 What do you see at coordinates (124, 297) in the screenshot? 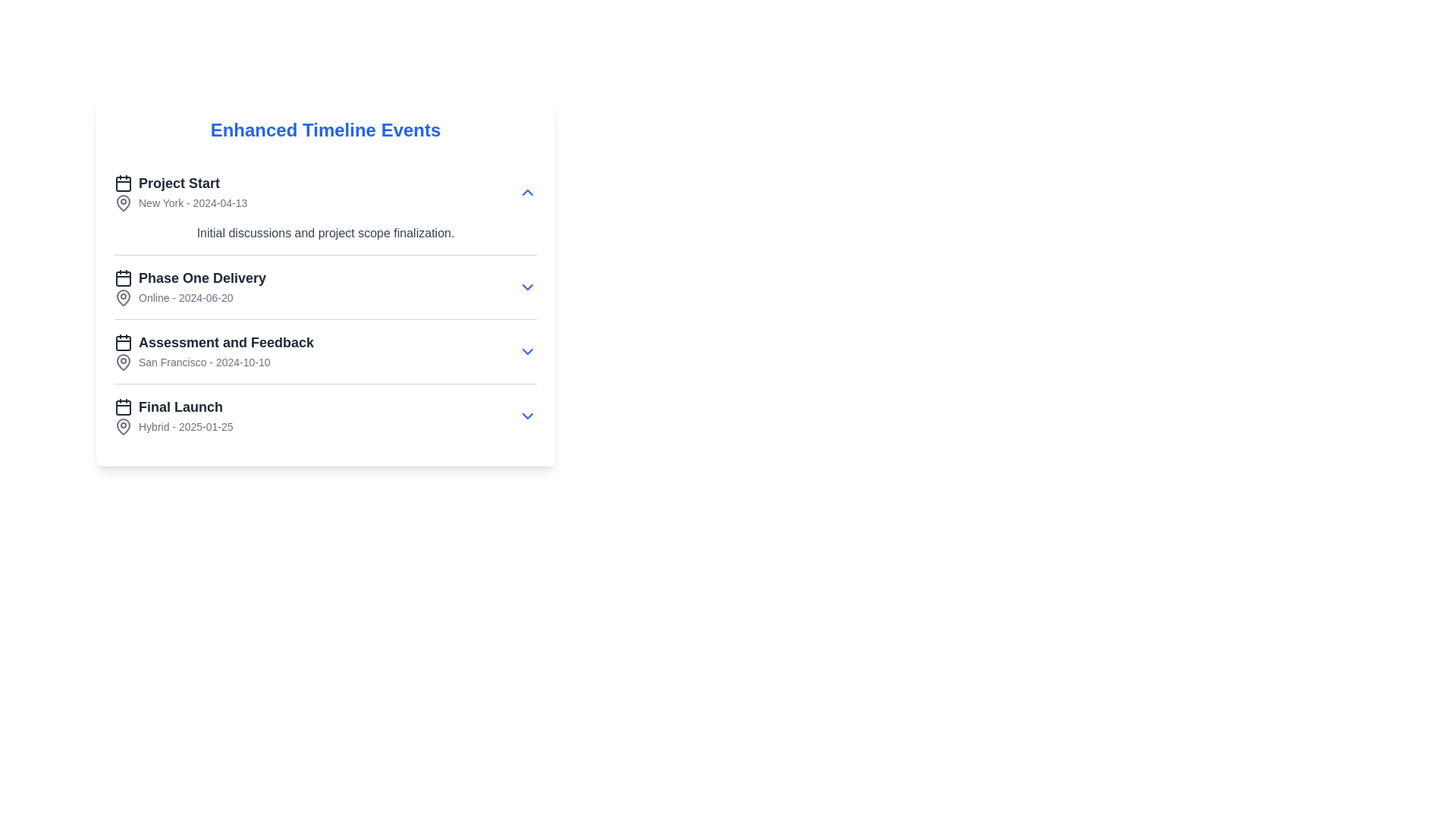
I see `the map pin icon next to 'Phase One Delivery' in the timeline events list` at bounding box center [124, 297].